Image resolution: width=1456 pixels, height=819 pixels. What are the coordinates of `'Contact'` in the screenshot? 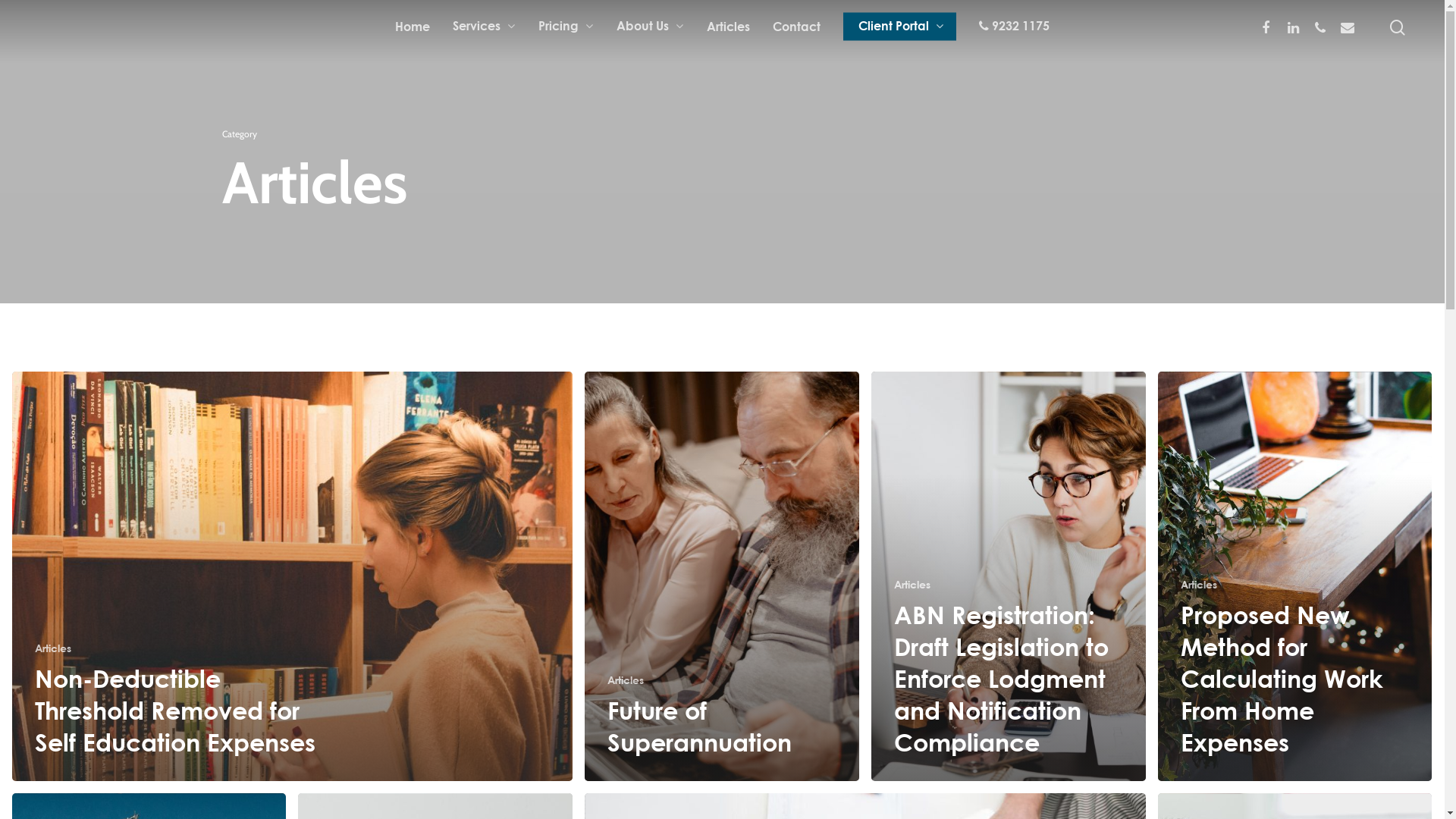 It's located at (795, 26).